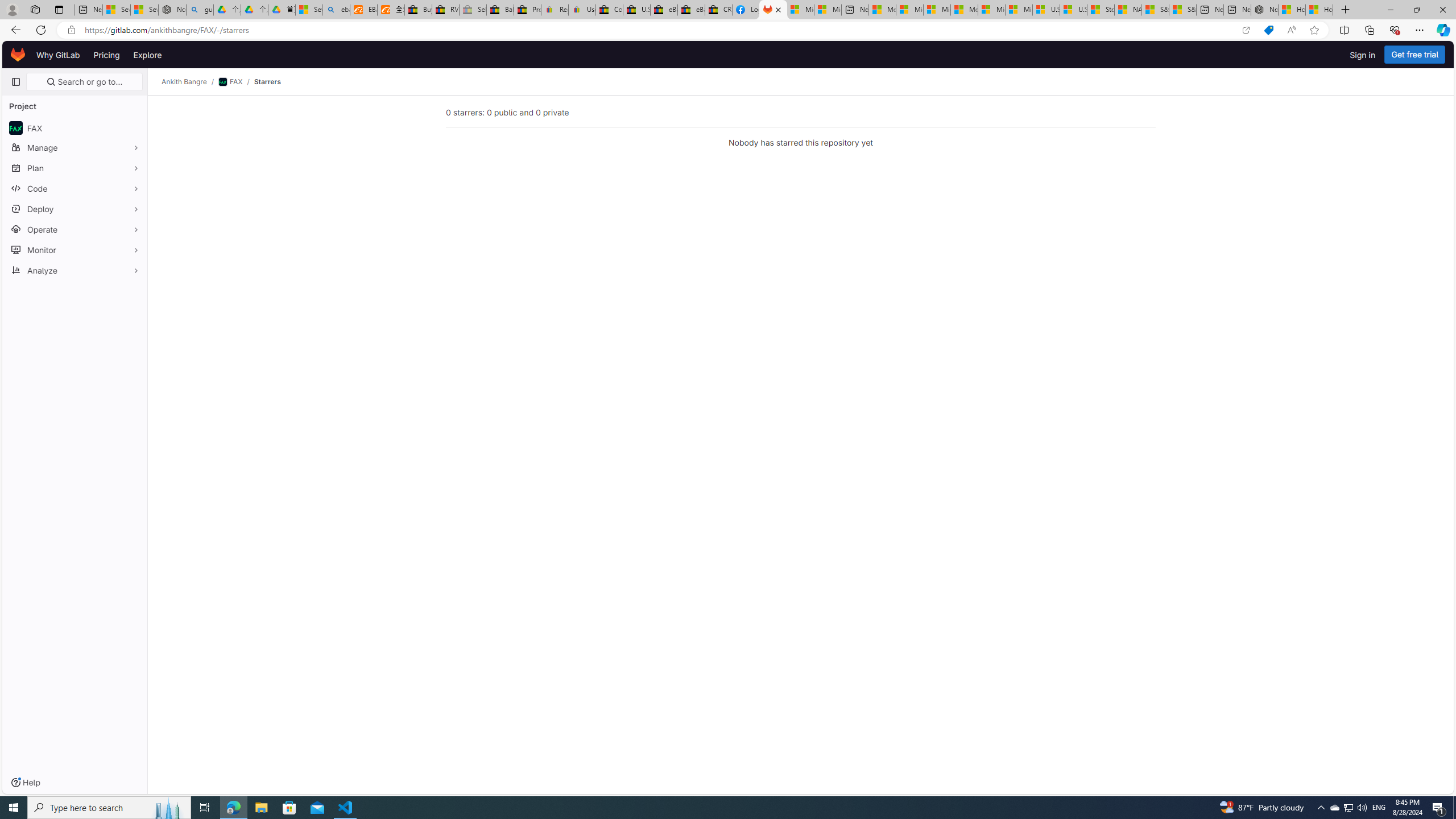  What do you see at coordinates (473, 9) in the screenshot?
I see `'Sell worldwide with eBay - Sleeping'` at bounding box center [473, 9].